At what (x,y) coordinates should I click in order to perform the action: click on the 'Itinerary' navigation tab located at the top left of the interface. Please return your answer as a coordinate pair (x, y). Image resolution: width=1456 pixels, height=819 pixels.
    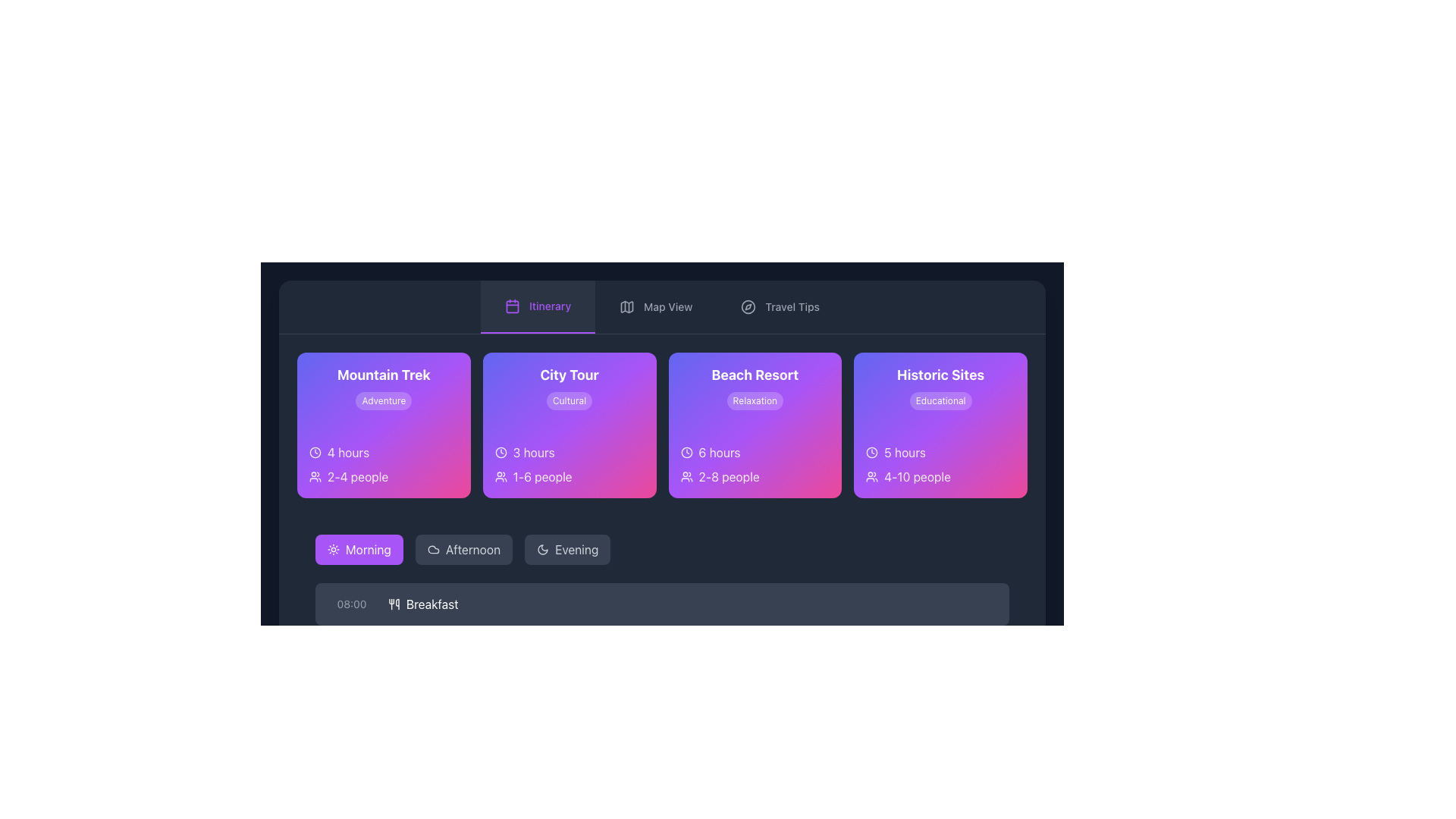
    Looking at the image, I should click on (538, 307).